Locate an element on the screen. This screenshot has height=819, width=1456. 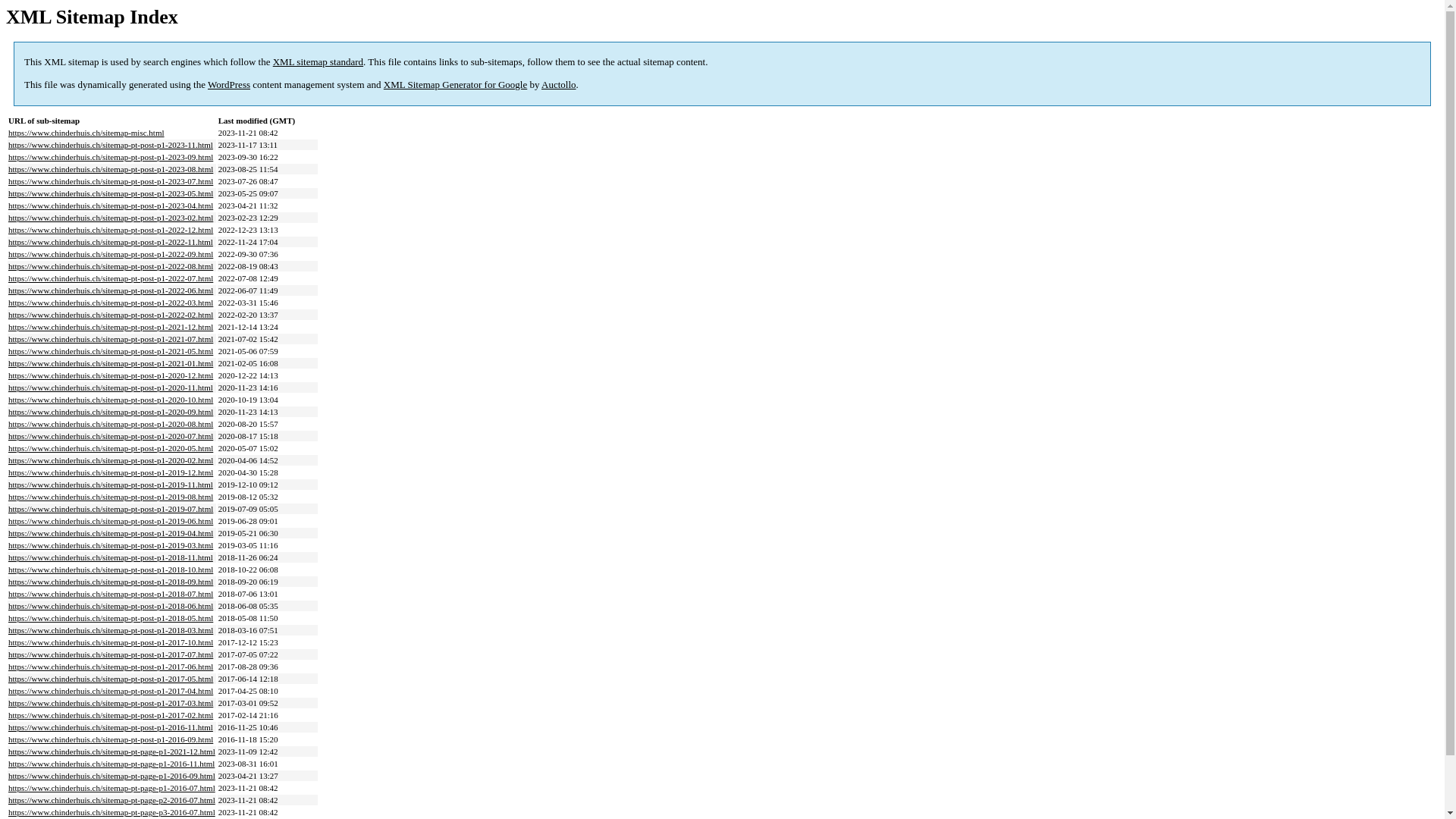
'https://www.chinderhuis.ch/sitemap-pt-post-p1-2018-09.html' is located at coordinates (109, 581).